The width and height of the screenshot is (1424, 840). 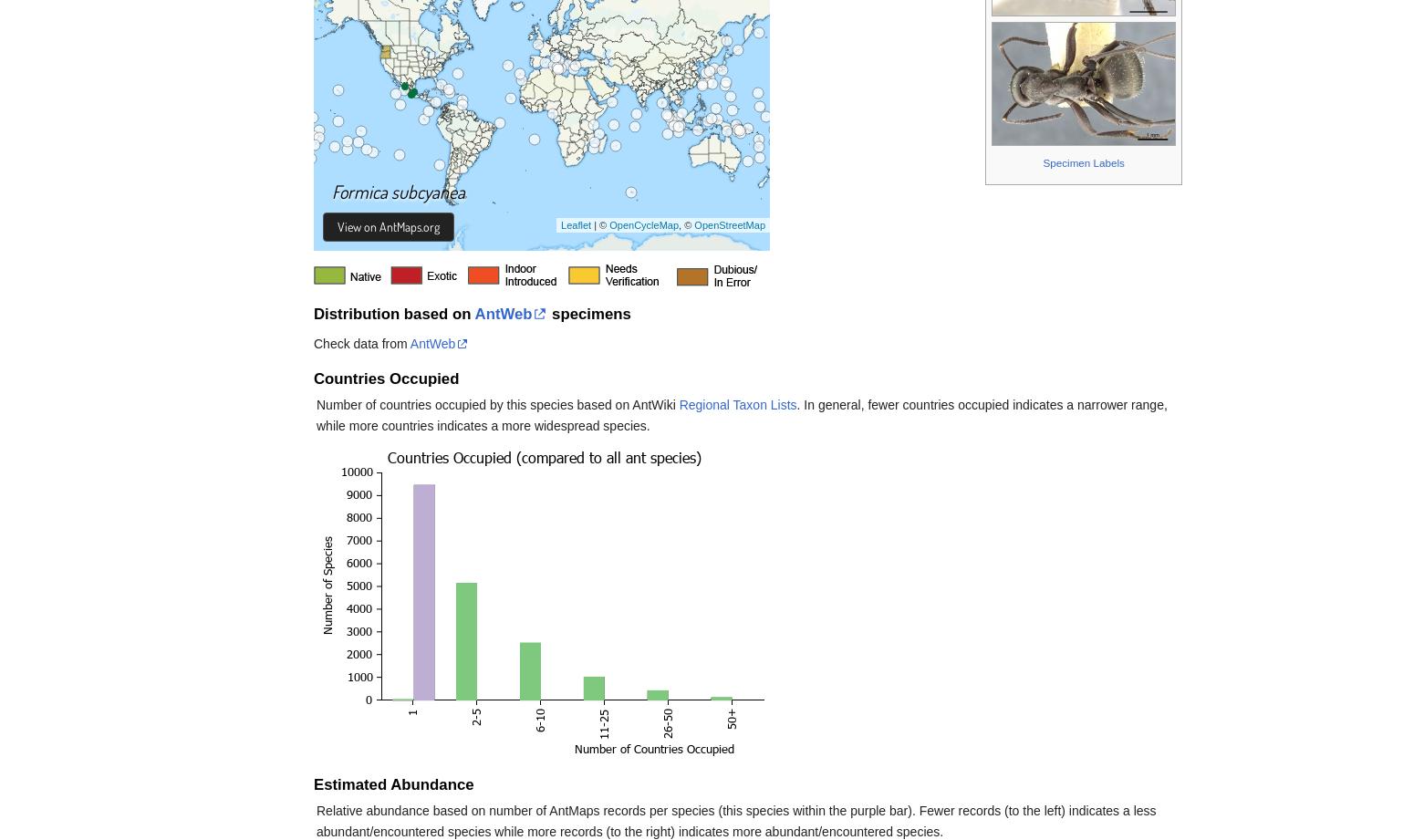 I want to click on 'Estimated Abundance', so click(x=392, y=783).